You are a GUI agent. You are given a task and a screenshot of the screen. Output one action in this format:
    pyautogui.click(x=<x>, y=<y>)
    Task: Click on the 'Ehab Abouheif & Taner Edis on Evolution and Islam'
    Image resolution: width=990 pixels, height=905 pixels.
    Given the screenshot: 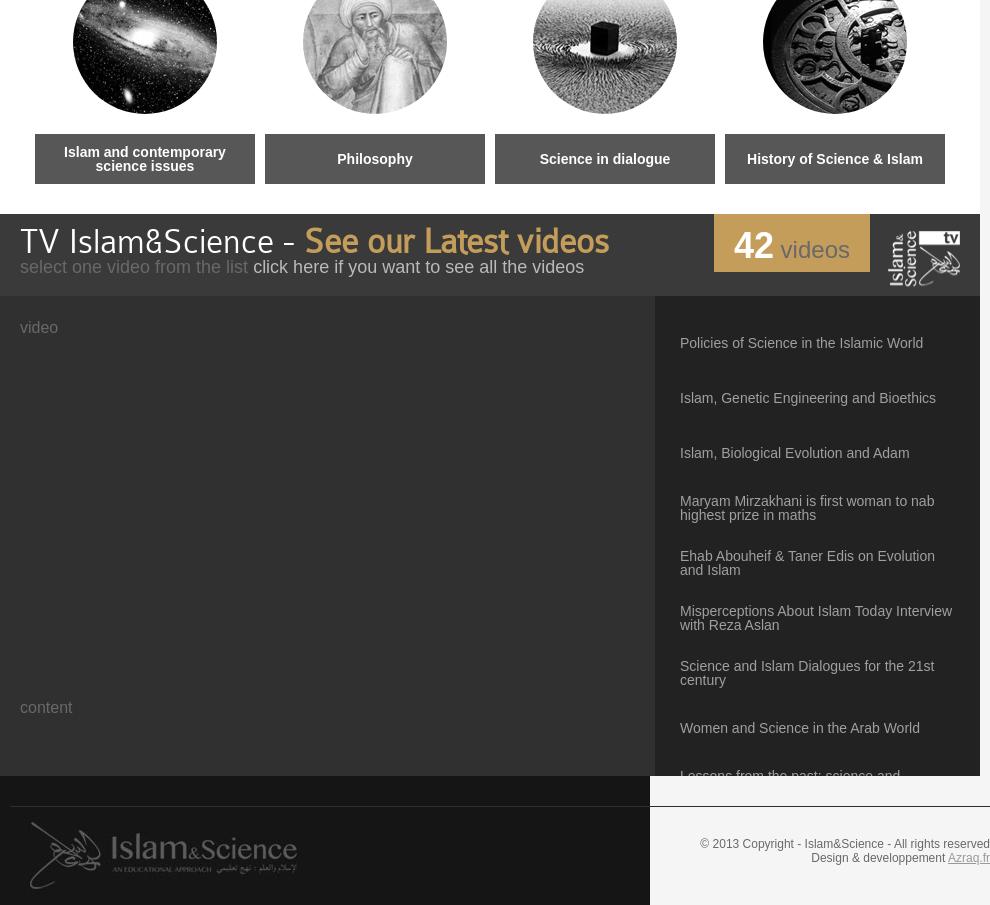 What is the action you would take?
    pyautogui.click(x=806, y=562)
    